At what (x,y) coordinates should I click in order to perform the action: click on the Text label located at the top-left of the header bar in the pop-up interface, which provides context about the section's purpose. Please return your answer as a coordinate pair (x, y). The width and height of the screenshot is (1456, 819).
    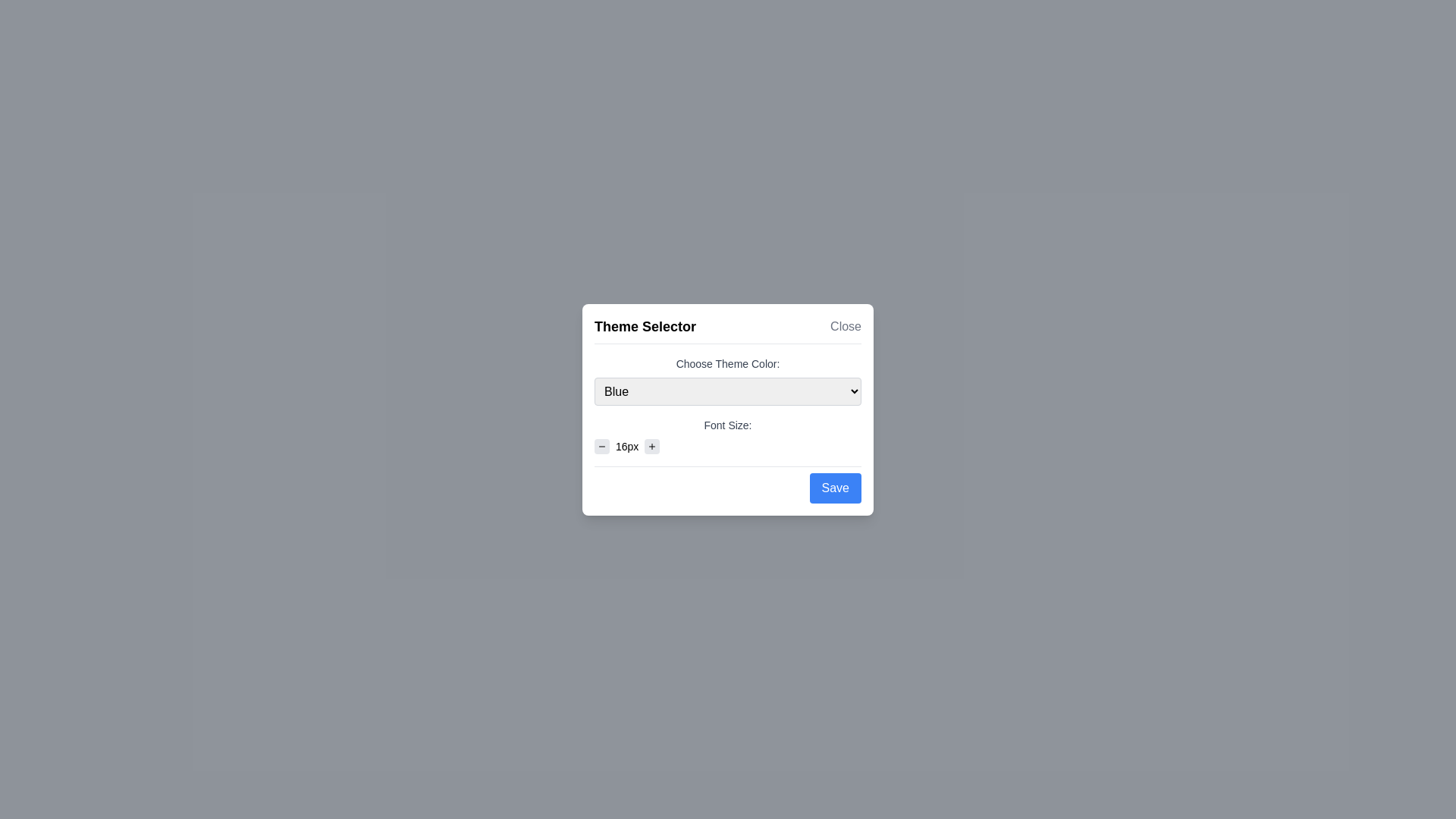
    Looking at the image, I should click on (645, 325).